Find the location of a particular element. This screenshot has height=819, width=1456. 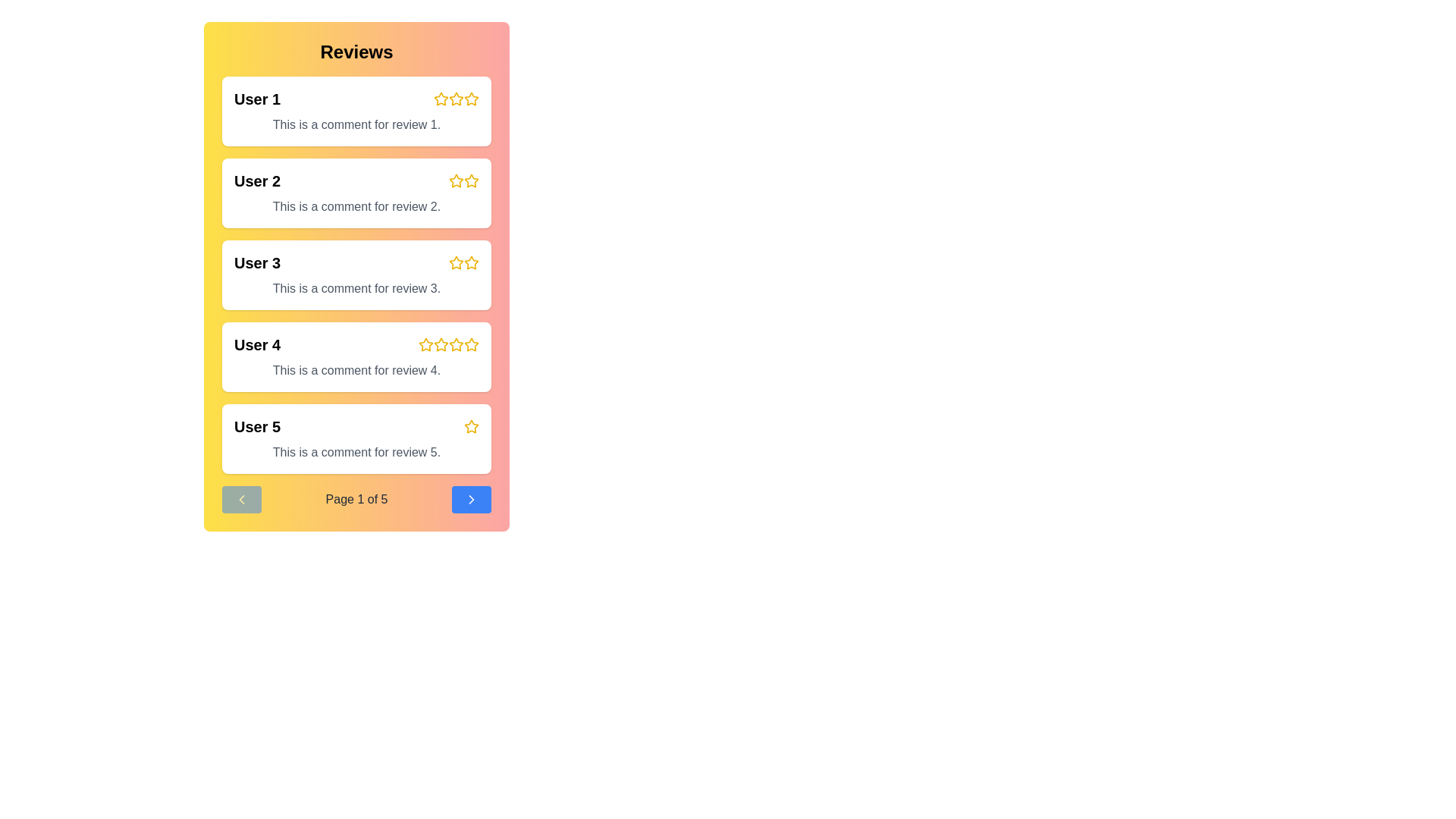

the star icon with a hollow center, styled in yellow, located next to the review information for 'User 5' in the Reviews section is located at coordinates (471, 426).